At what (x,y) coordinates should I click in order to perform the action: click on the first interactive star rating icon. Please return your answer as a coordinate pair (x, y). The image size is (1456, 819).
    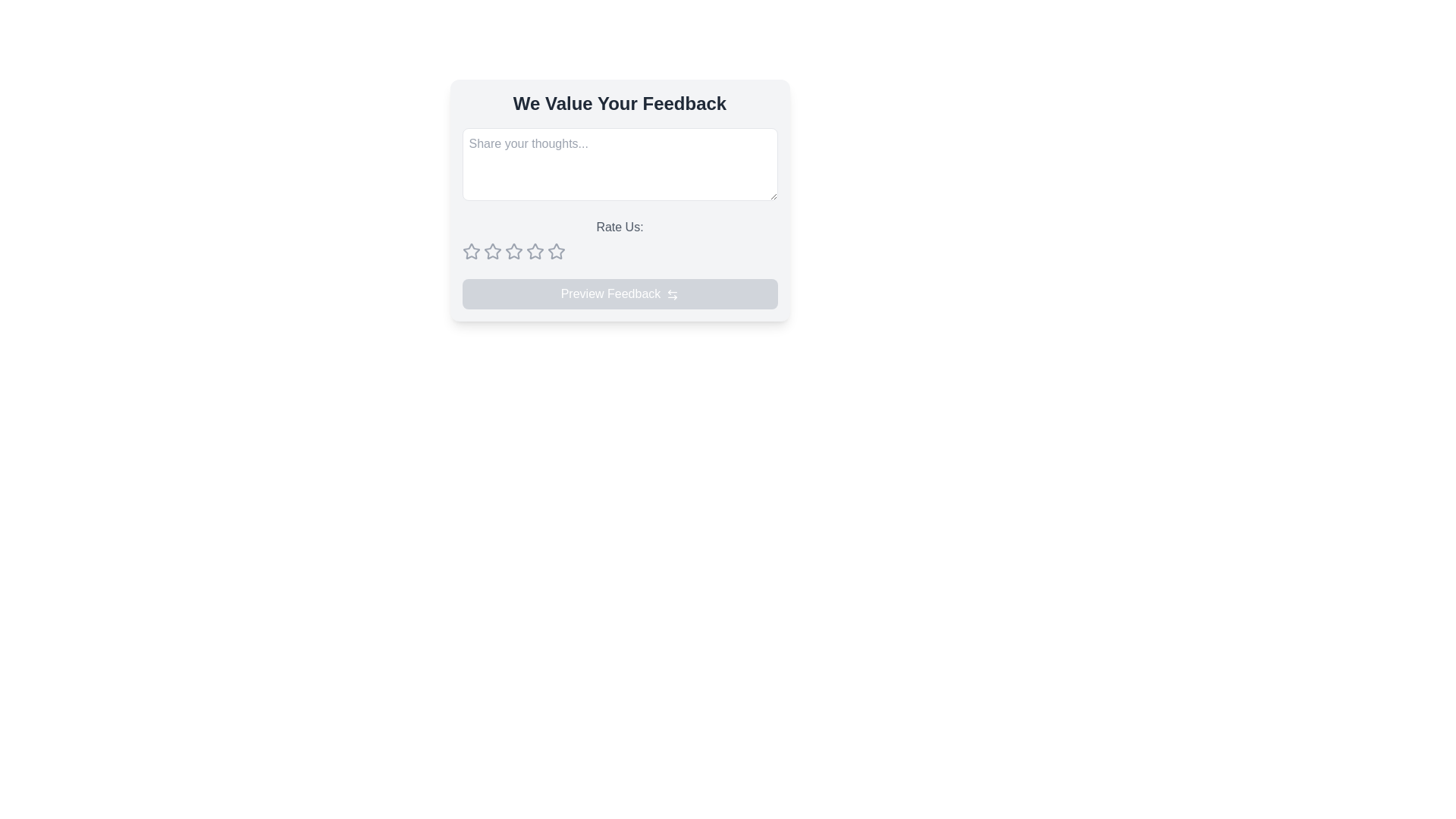
    Looking at the image, I should click on (470, 250).